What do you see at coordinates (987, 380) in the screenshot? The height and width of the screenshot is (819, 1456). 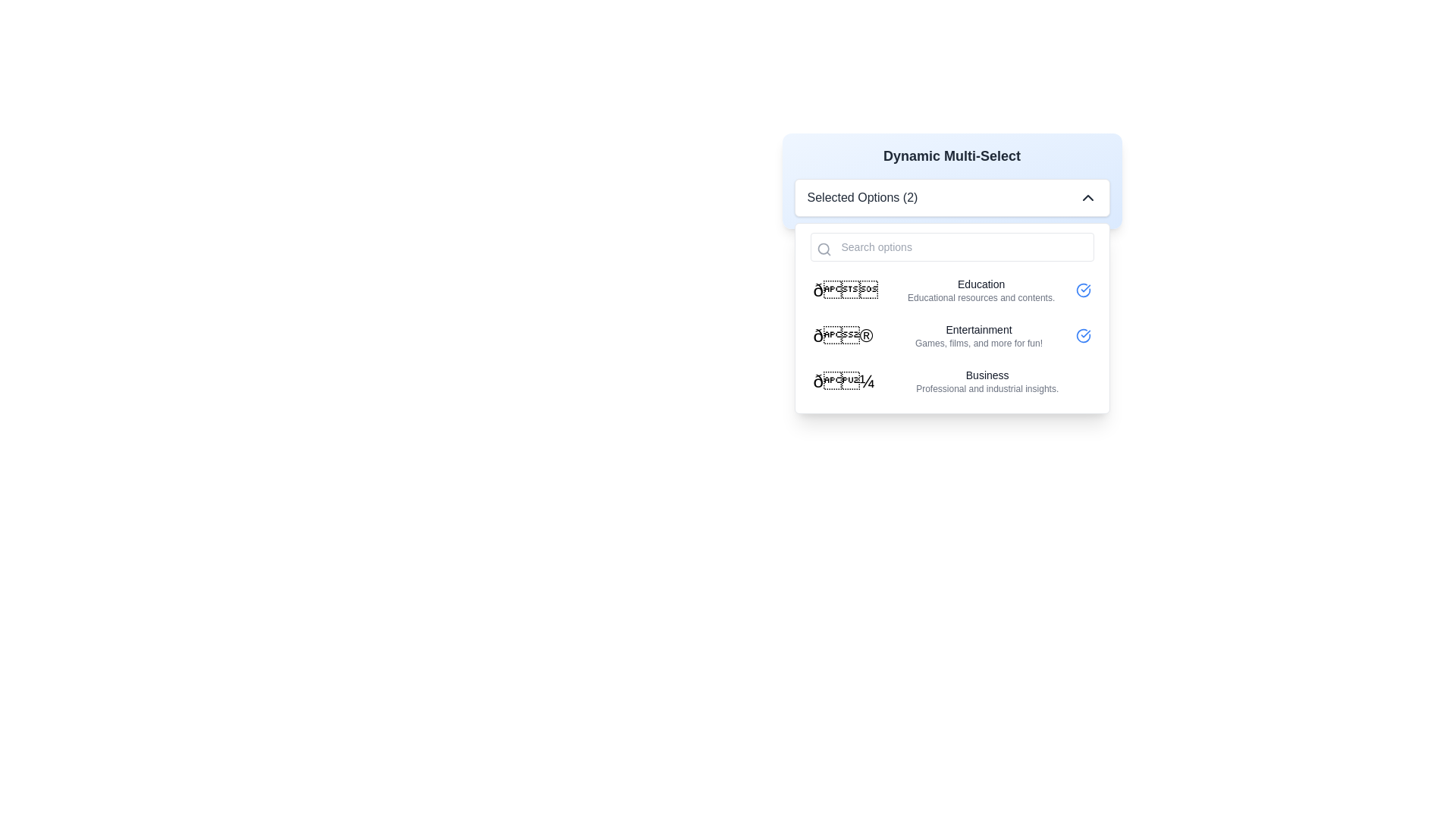 I see `the text display element that represents the third option in the dropdown interface, located beneath the 'Entertainment' option` at bounding box center [987, 380].